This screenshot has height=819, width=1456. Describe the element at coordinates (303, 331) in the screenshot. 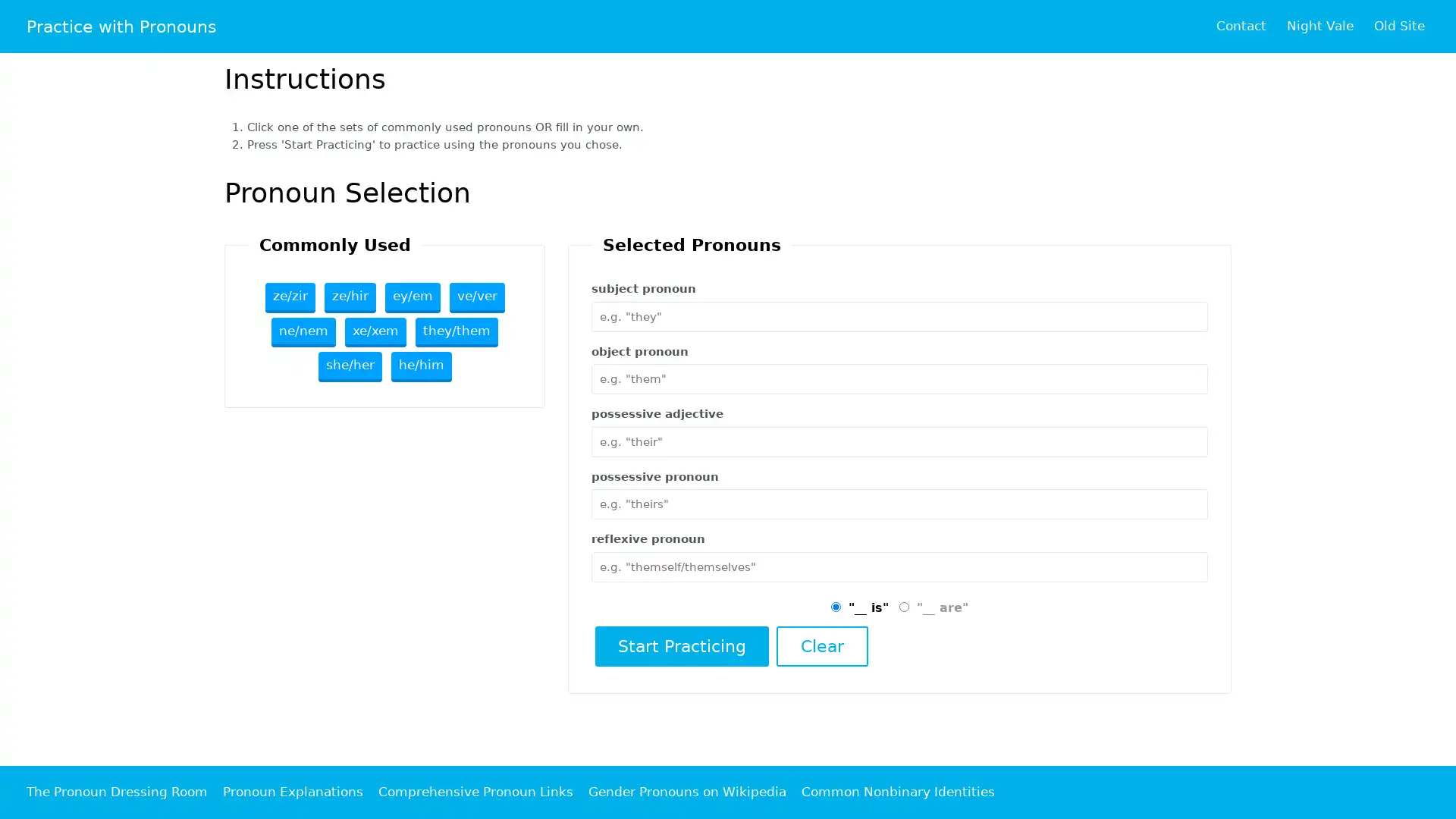

I see `ne/nem` at that location.